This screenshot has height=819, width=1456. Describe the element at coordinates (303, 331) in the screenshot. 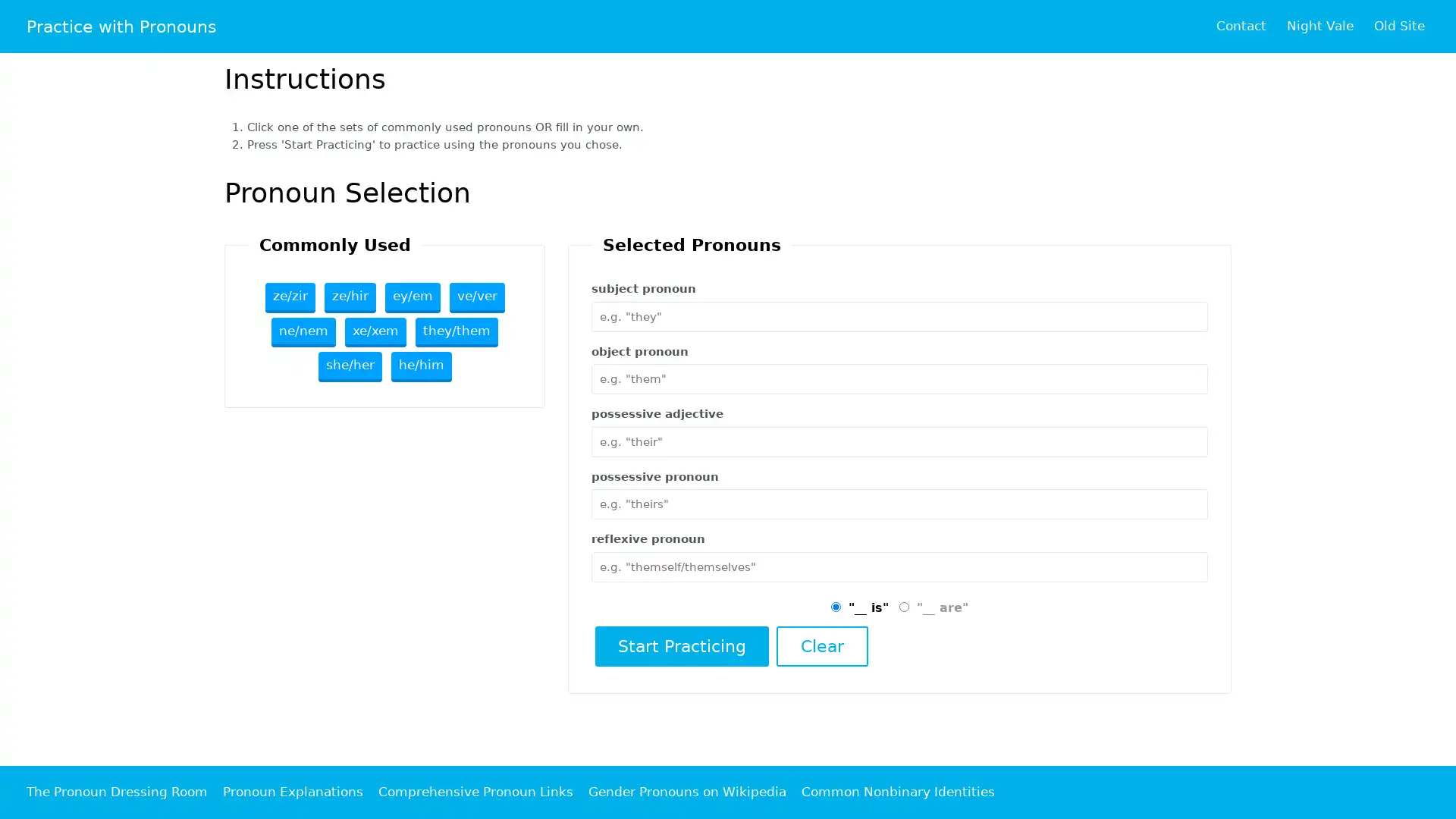

I see `ne/nem` at that location.